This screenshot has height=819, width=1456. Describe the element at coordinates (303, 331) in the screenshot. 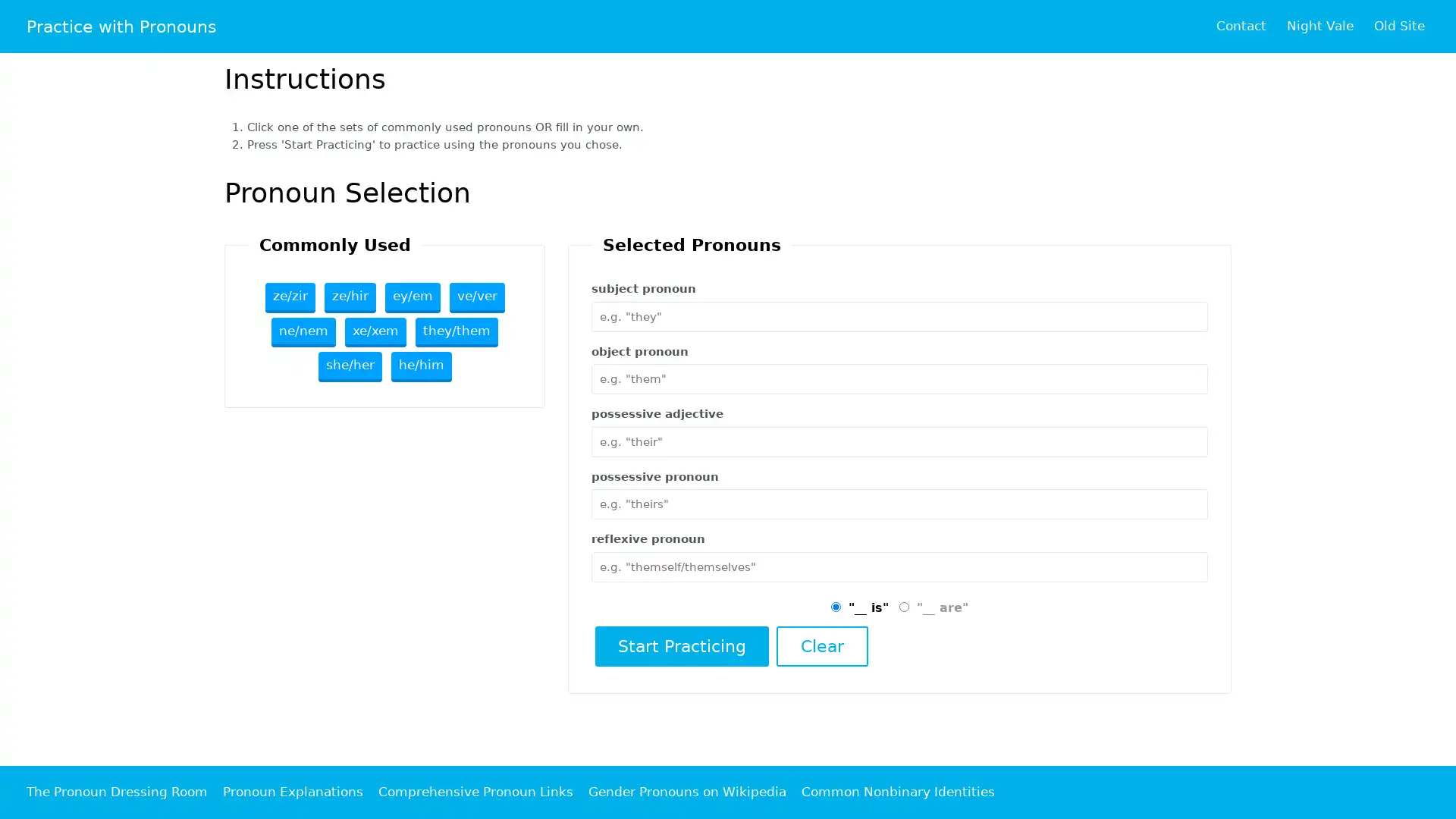

I see `ne/nem` at that location.